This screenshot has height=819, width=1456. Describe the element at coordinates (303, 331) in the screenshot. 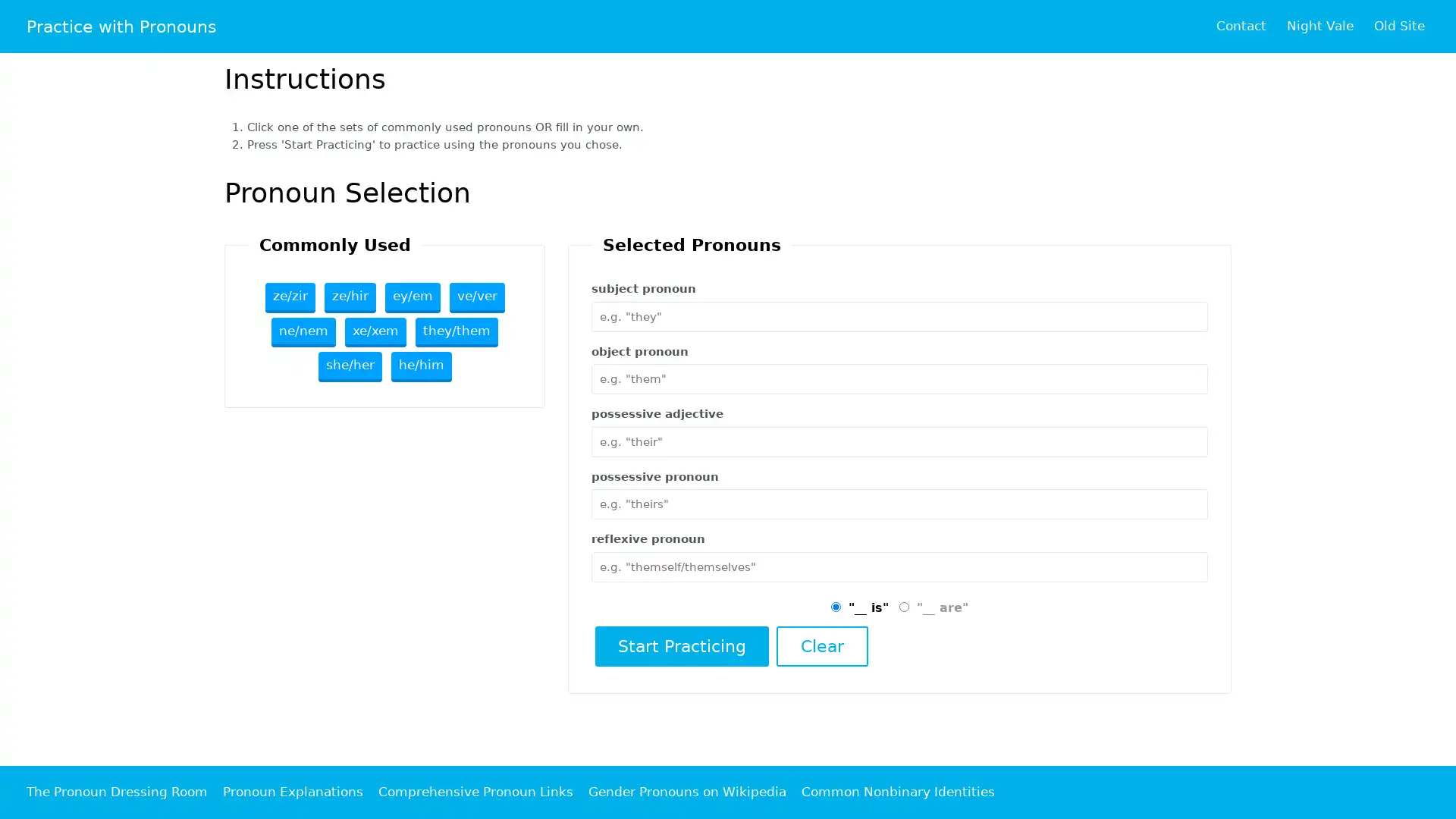

I see `ne/nem` at that location.